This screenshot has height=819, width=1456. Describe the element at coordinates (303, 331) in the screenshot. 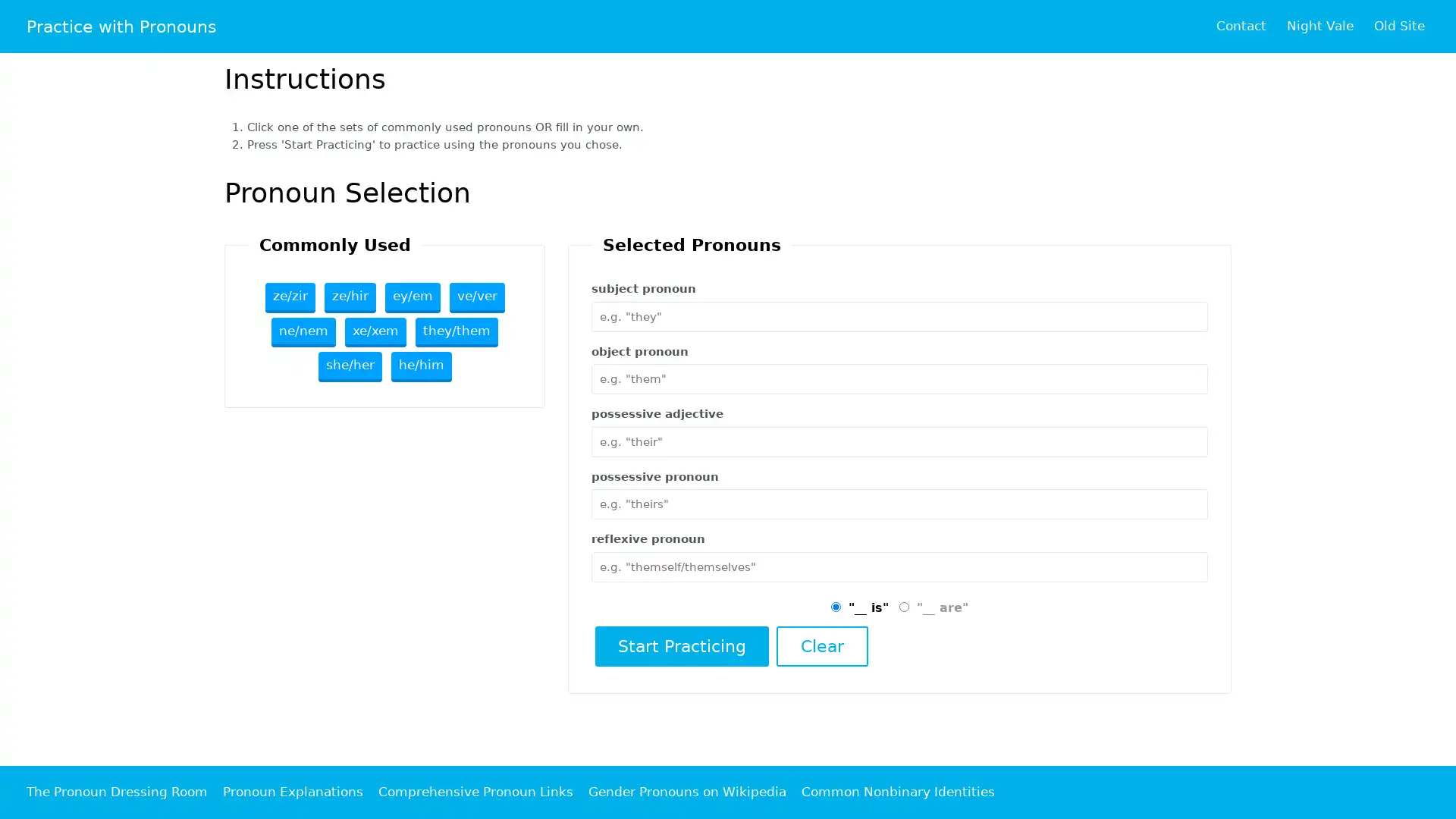

I see `ne/nem` at that location.